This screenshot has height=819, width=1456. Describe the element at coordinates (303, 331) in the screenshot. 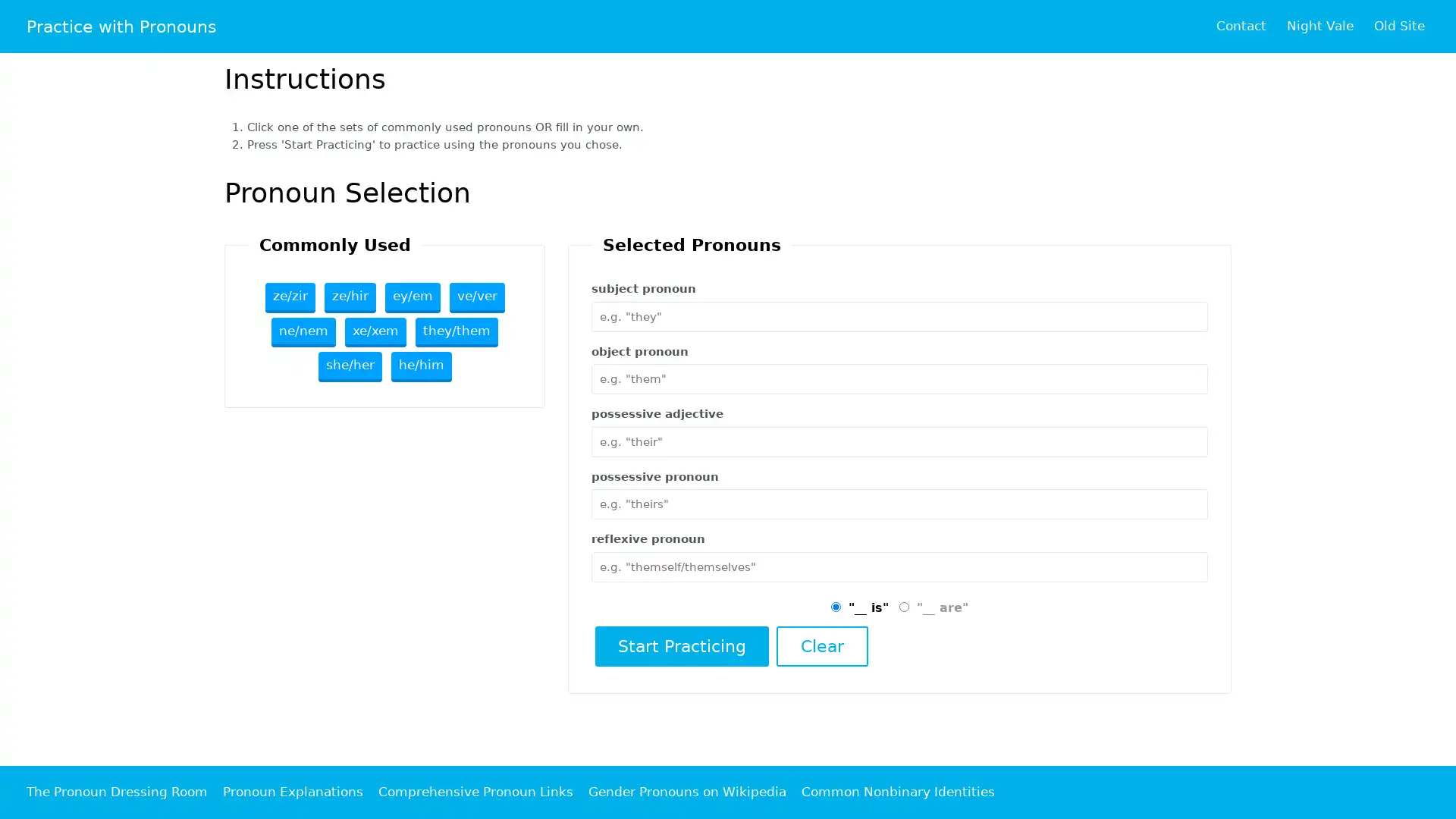

I see `ne/nem` at that location.